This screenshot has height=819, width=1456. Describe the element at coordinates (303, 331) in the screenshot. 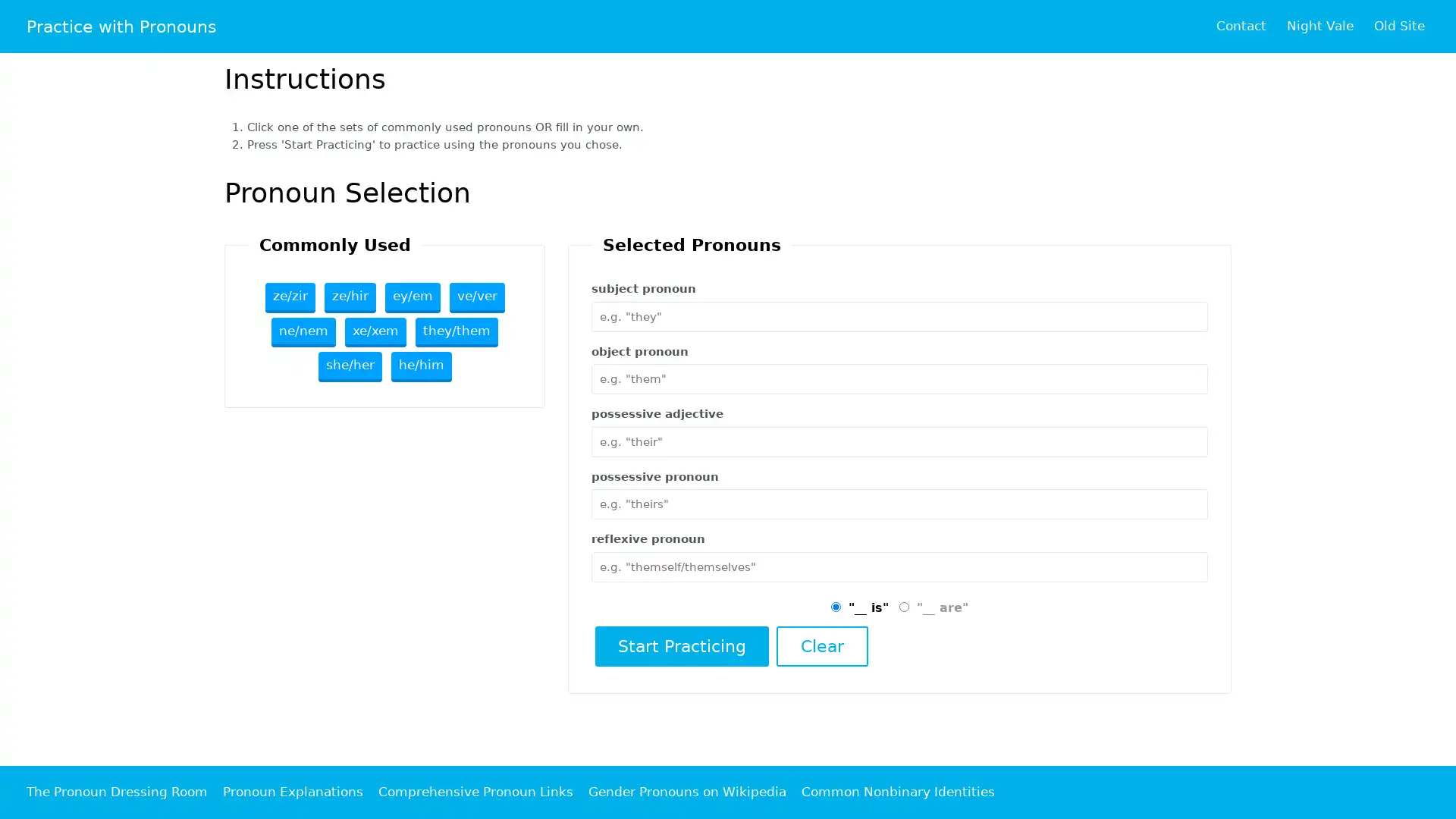

I see `ne/nem` at that location.